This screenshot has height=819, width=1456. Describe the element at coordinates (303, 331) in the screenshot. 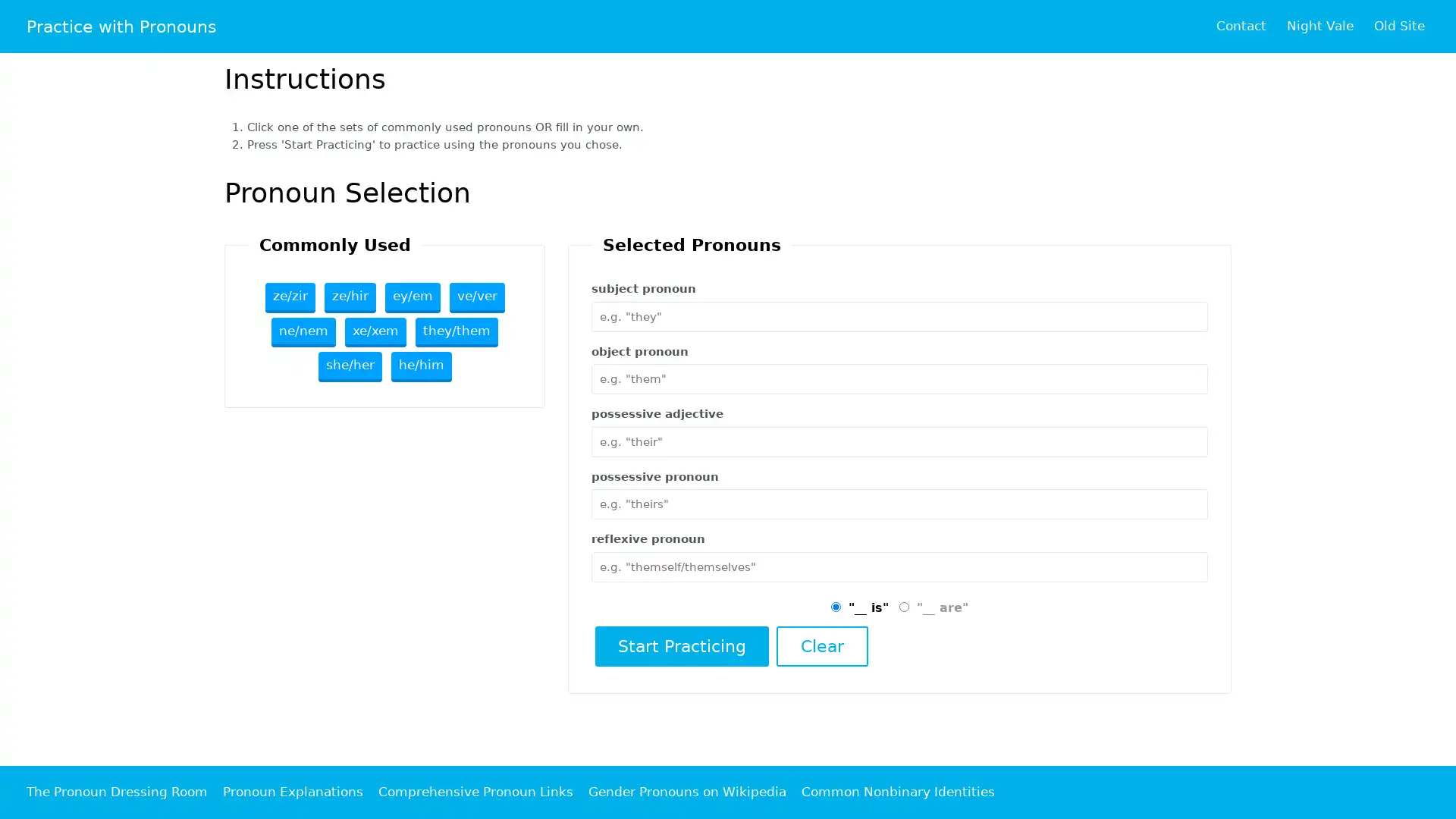

I see `ne/nem` at that location.